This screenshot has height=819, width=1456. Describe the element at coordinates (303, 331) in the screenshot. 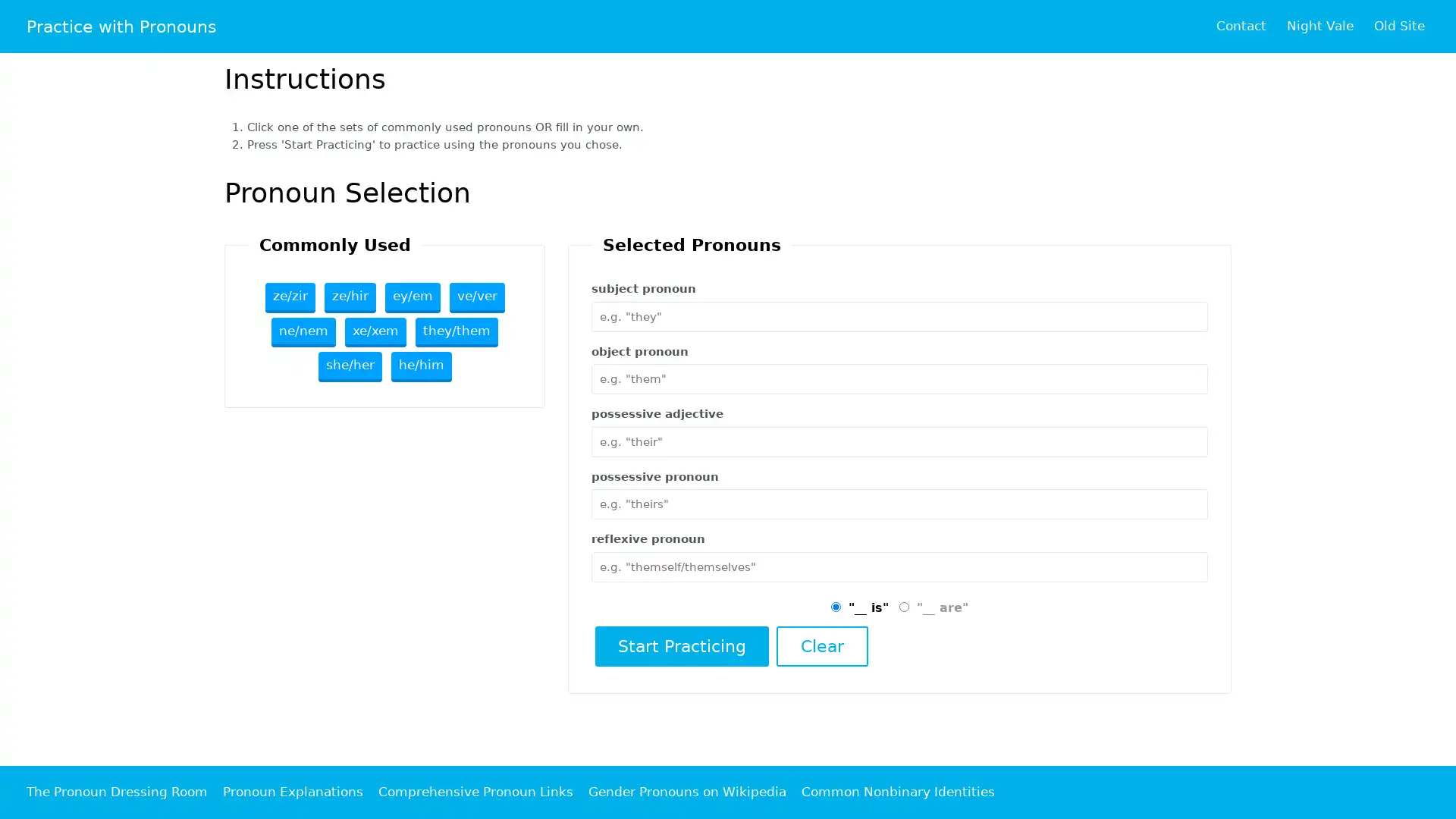

I see `ne/nem` at that location.